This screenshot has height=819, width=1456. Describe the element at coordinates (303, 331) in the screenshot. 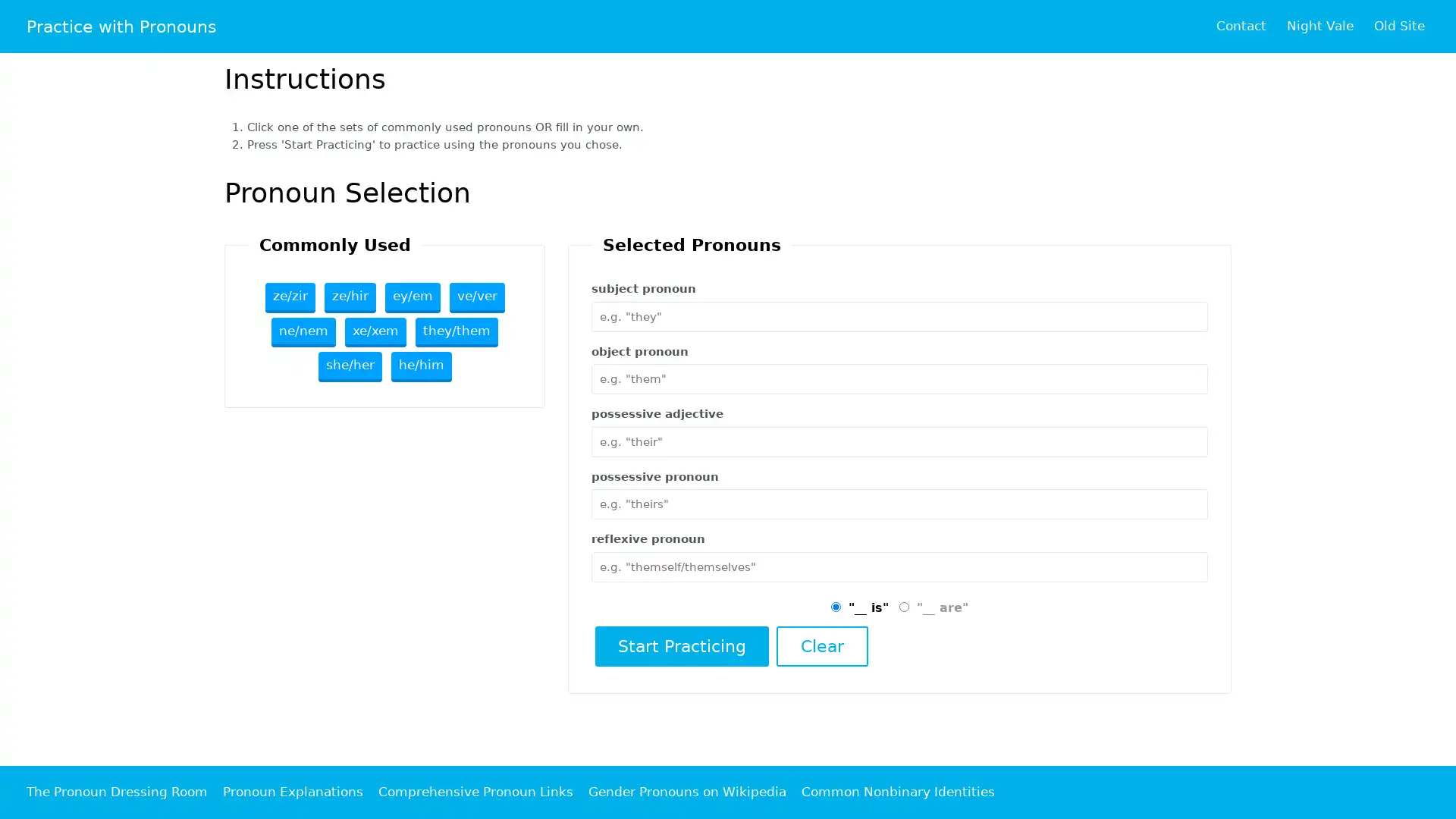

I see `ne/nem` at that location.